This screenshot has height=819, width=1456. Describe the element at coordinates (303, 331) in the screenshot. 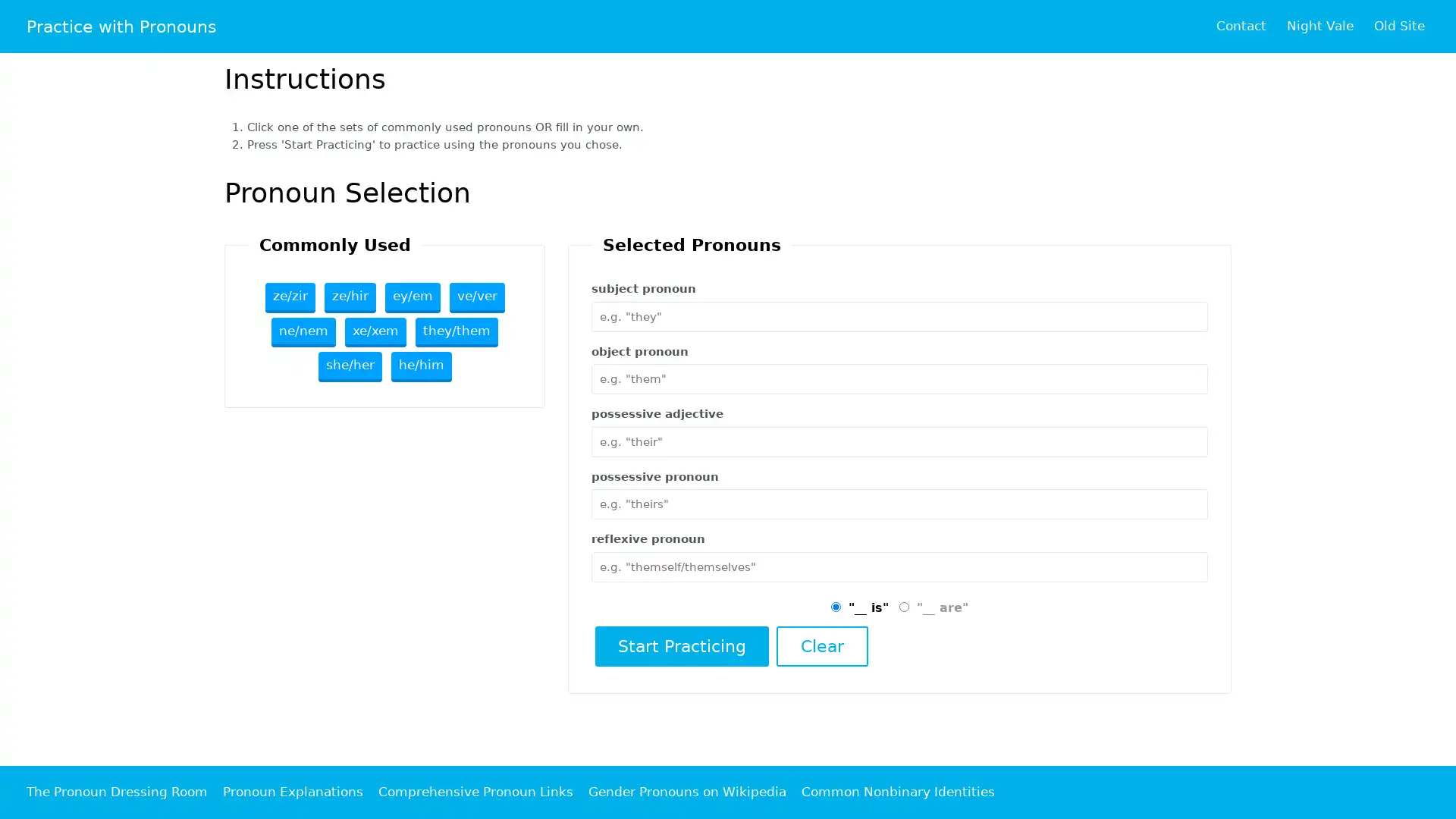

I see `ne/nem` at that location.